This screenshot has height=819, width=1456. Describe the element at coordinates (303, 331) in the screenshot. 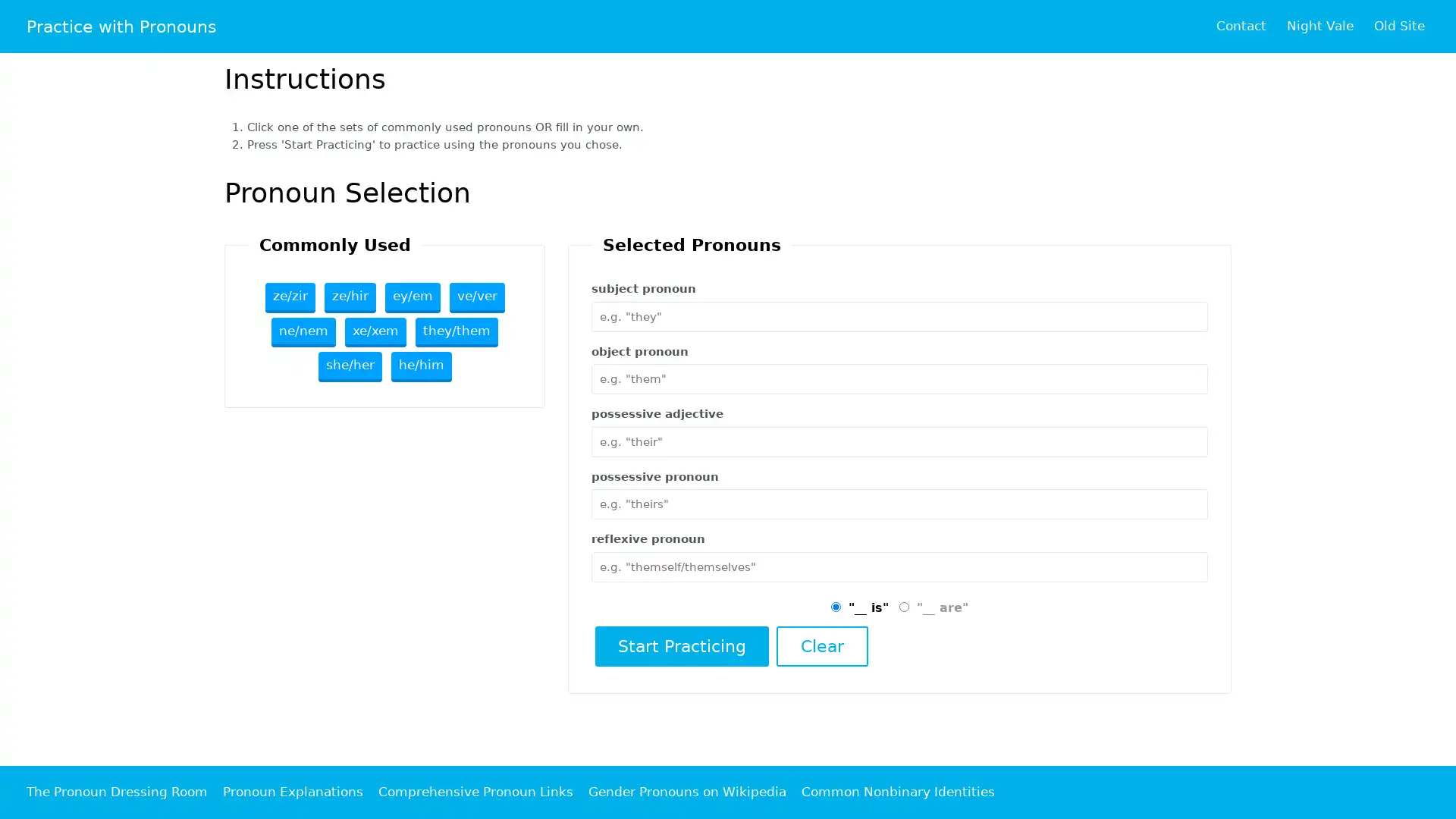

I see `ne/nem` at that location.